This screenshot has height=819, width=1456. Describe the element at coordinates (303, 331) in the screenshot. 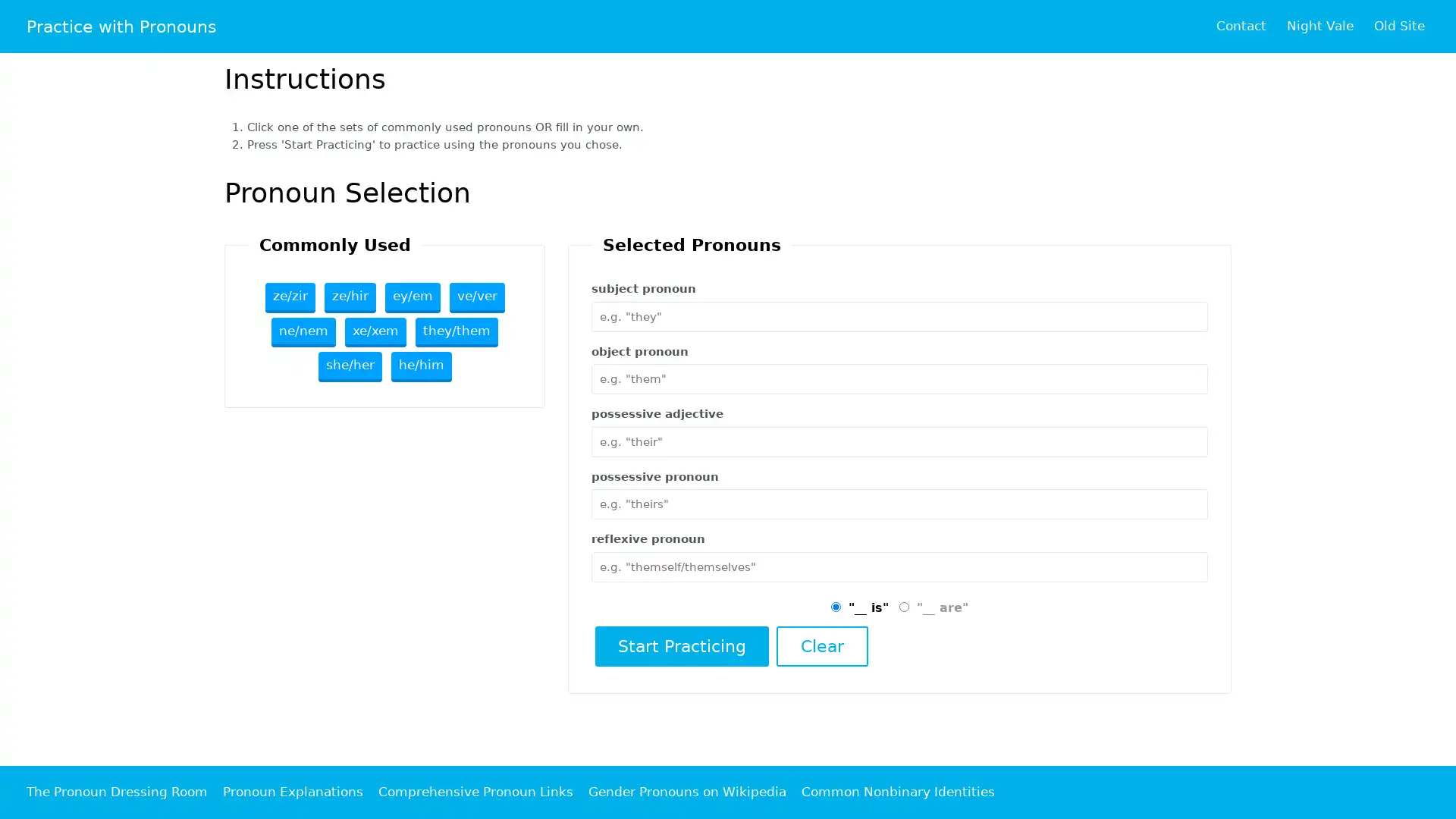

I see `ne/nem` at that location.